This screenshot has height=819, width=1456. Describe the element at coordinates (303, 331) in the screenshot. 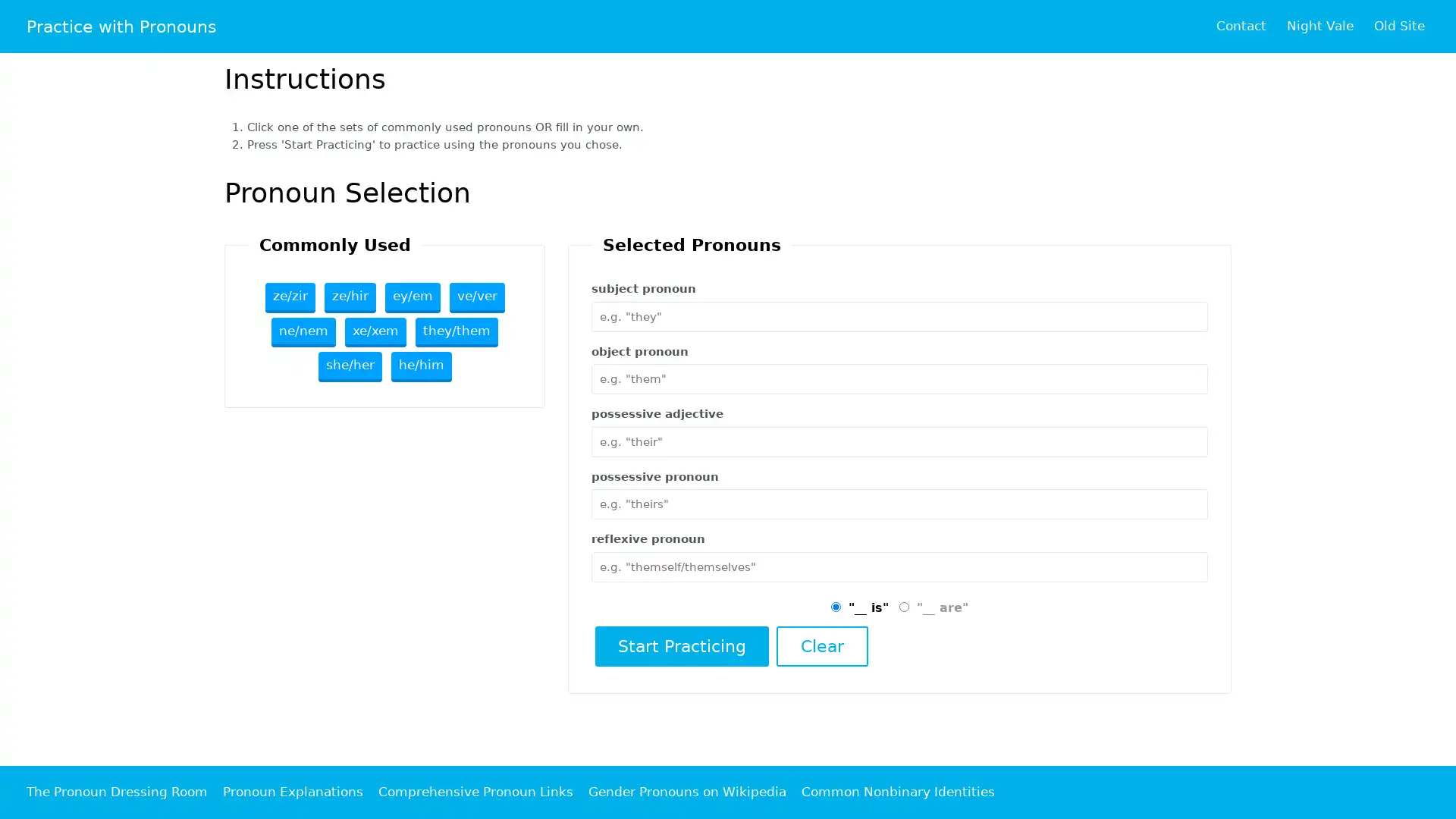

I see `ne/nem` at that location.